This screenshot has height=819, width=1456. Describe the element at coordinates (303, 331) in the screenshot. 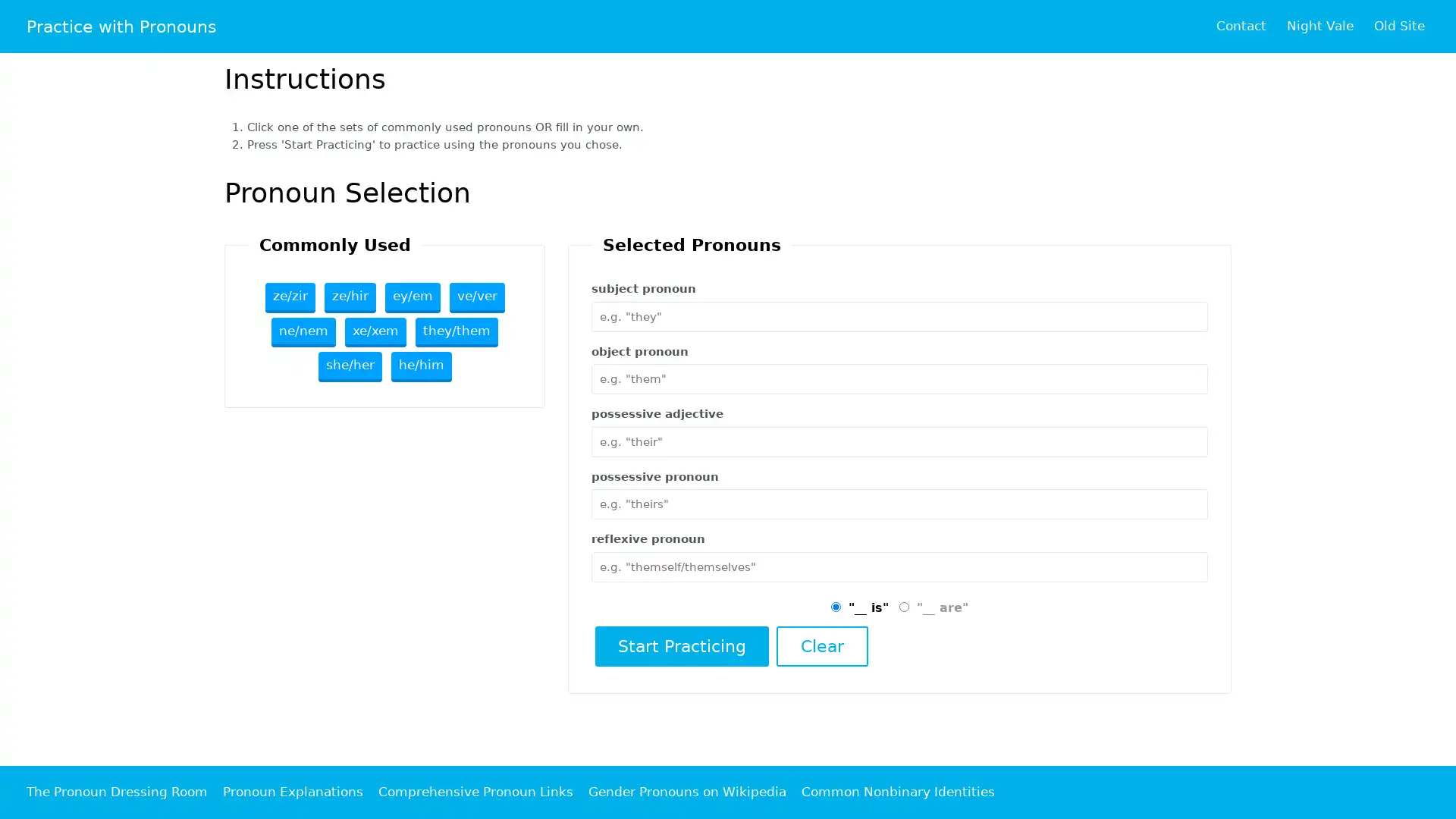

I see `ne/nem` at that location.